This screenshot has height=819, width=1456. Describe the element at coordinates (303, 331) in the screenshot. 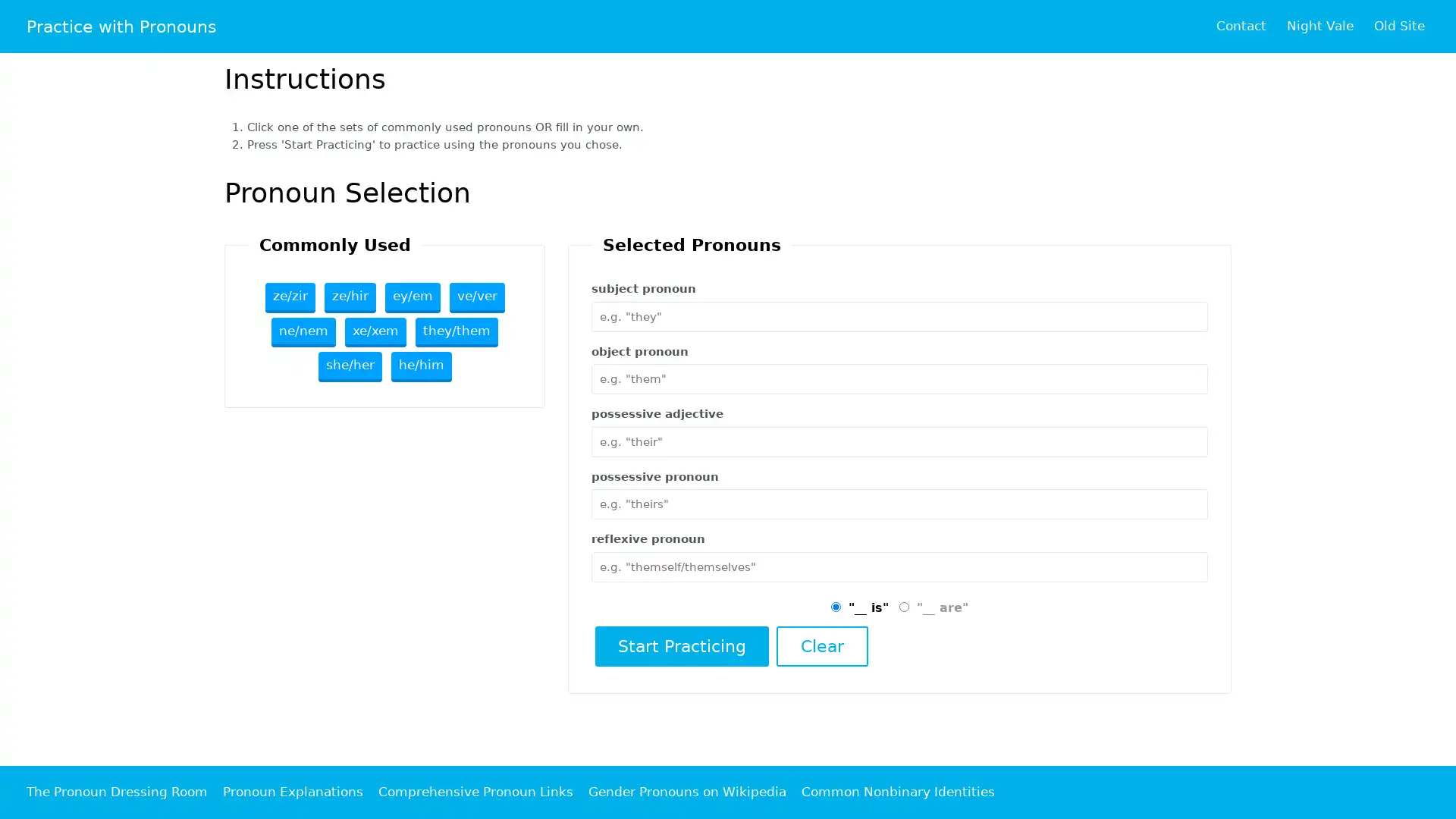

I see `ne/nem` at that location.